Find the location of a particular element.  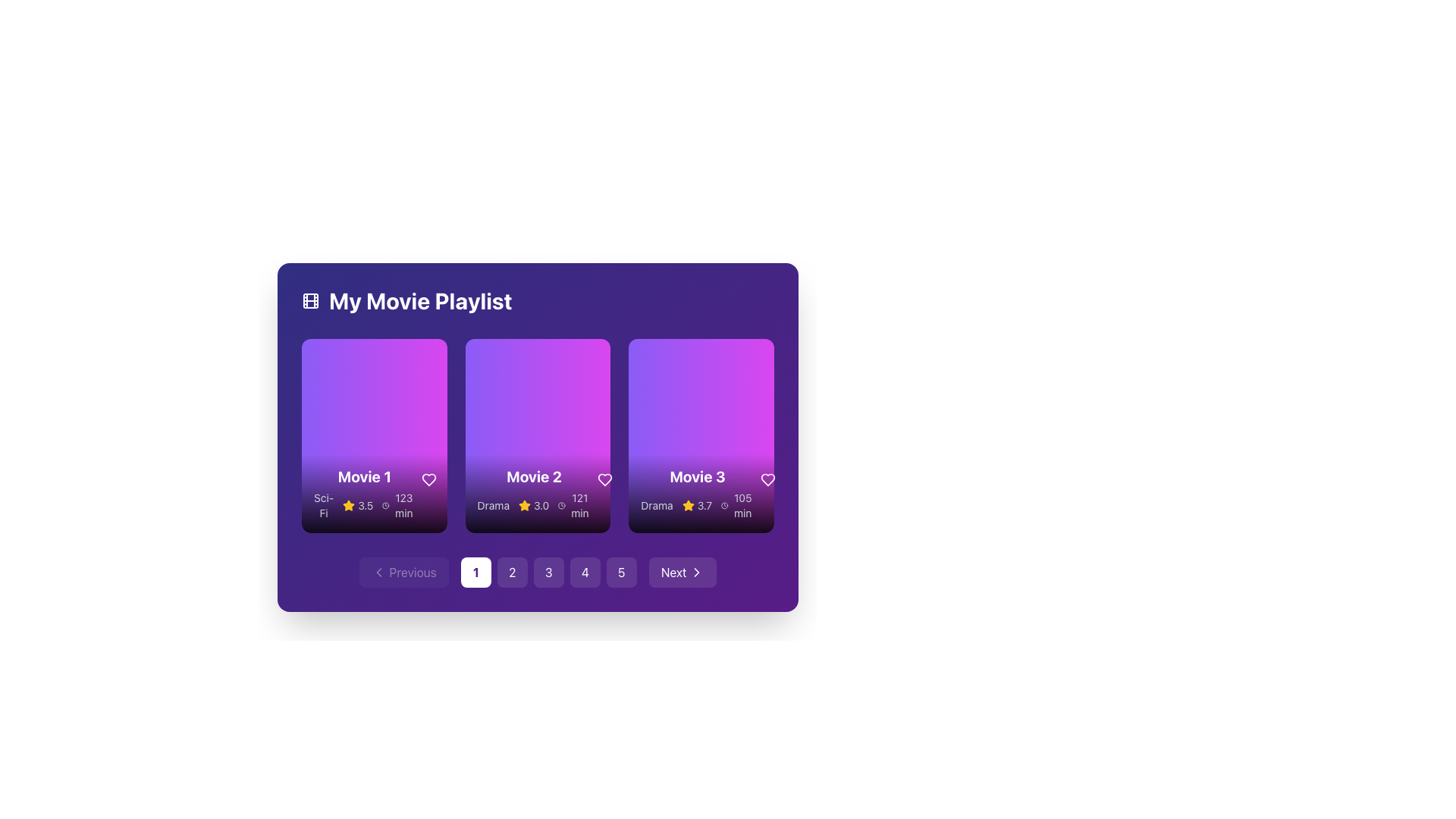

the heart icon located at the bottom right corner of the 'Movie 2' card is located at coordinates (604, 479).